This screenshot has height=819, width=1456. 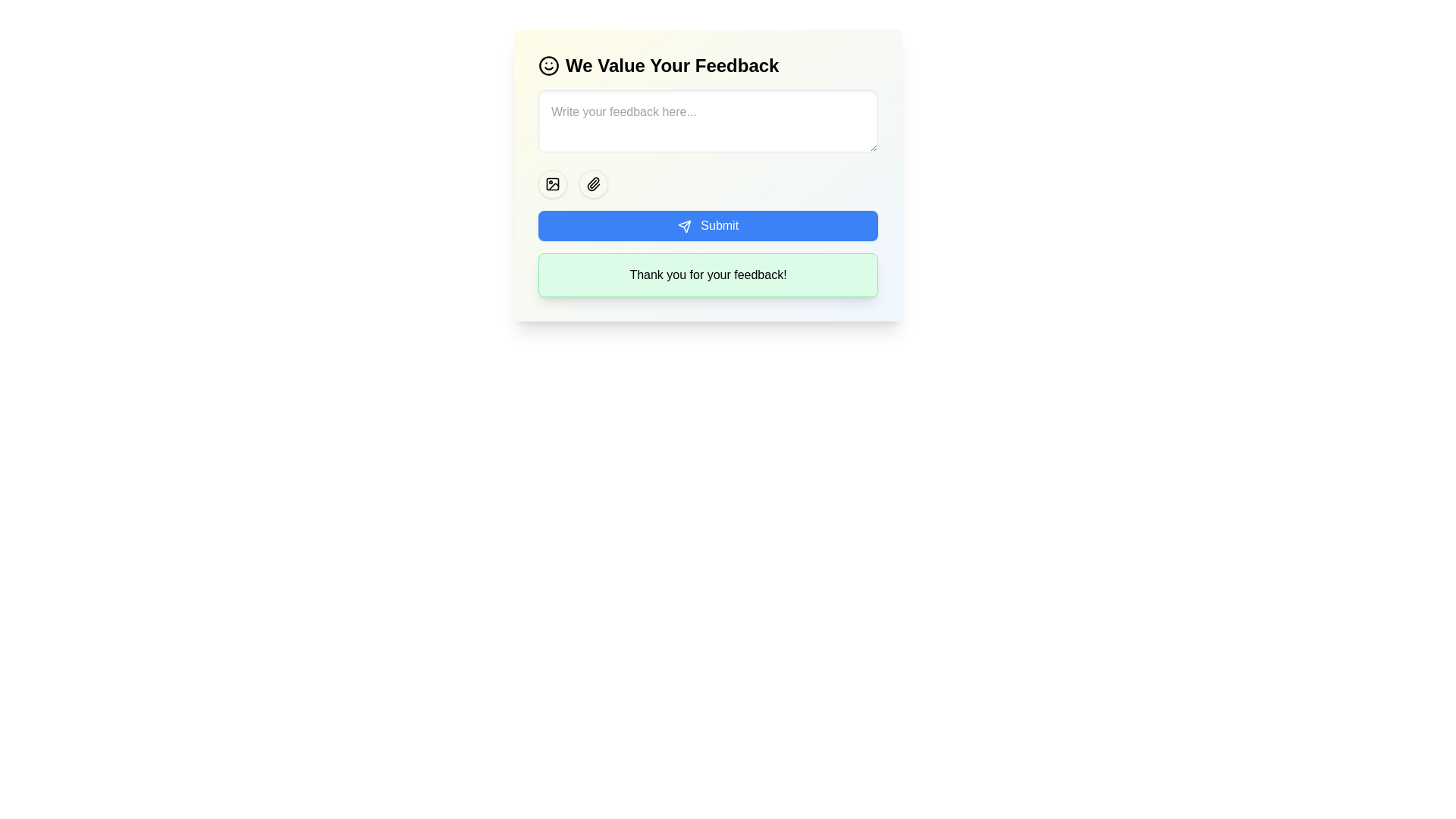 I want to click on the decorative circle that forms the primary outline of the smiley face icon located at the top-left corner of the feedback form interface, next to the text 'We Value Your Feedback', so click(x=548, y=65).